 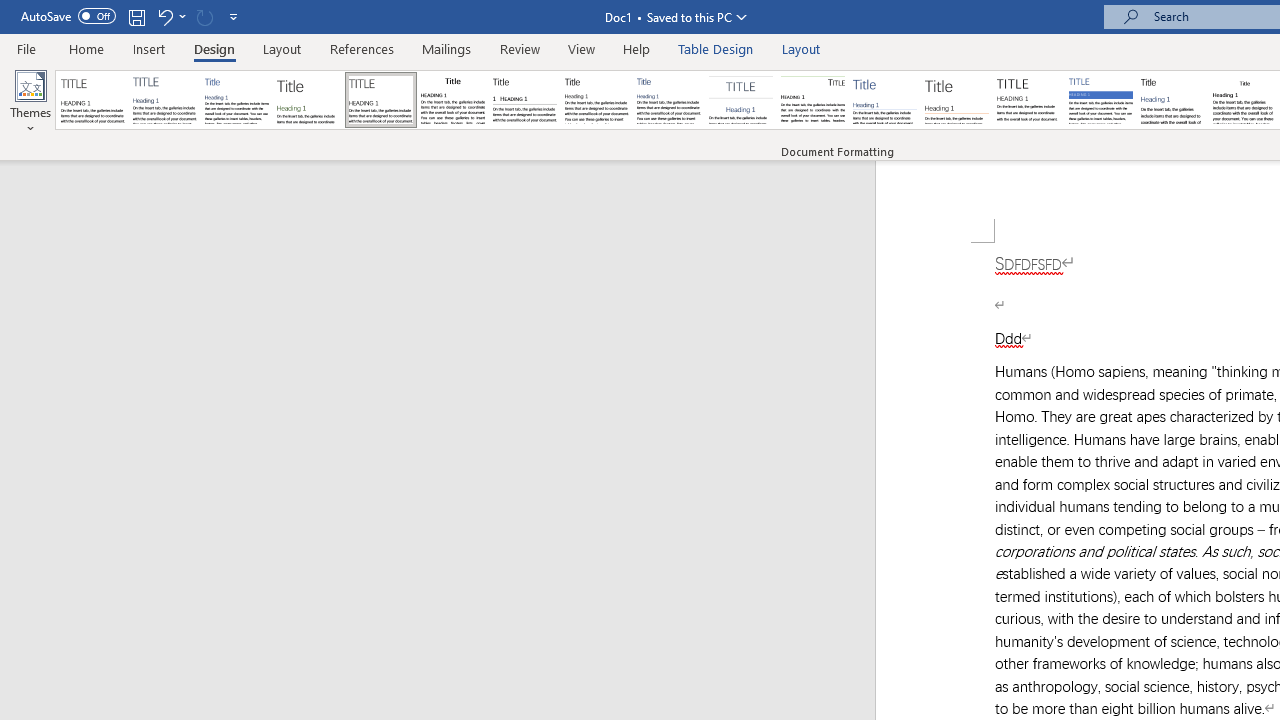 I want to click on 'System', so click(x=10, y=11).